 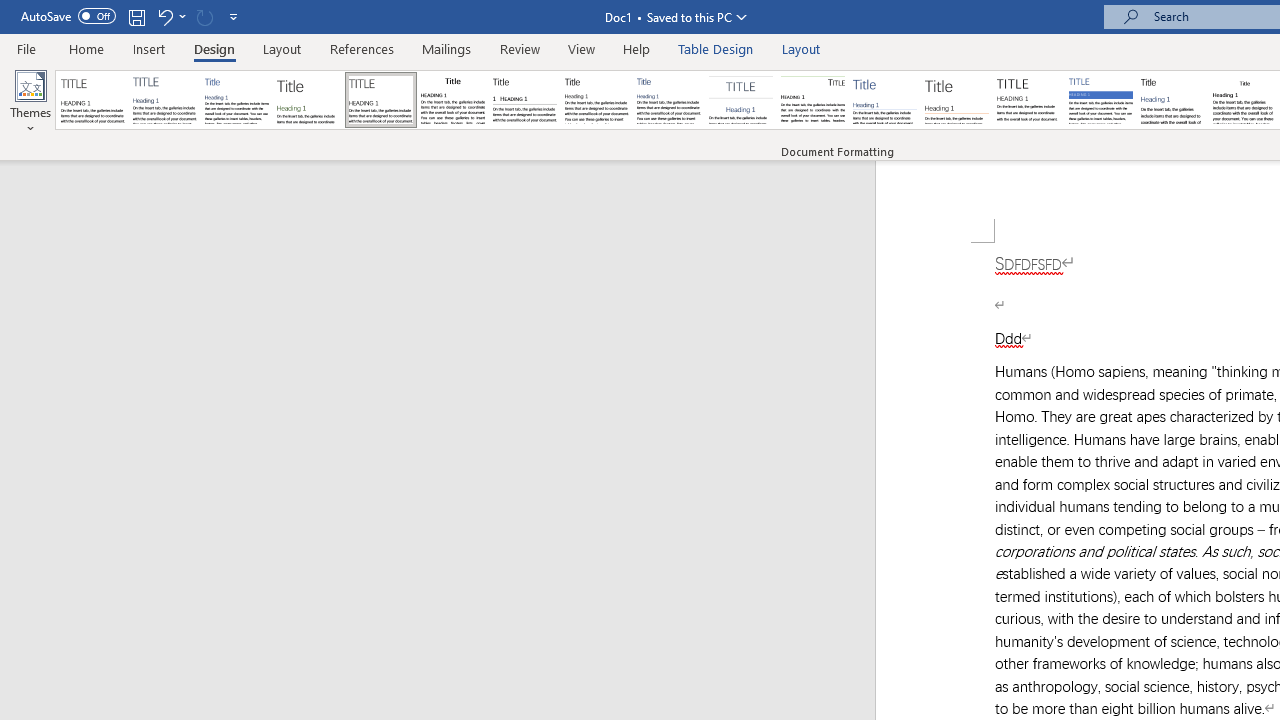 I want to click on 'System', so click(x=10, y=11).